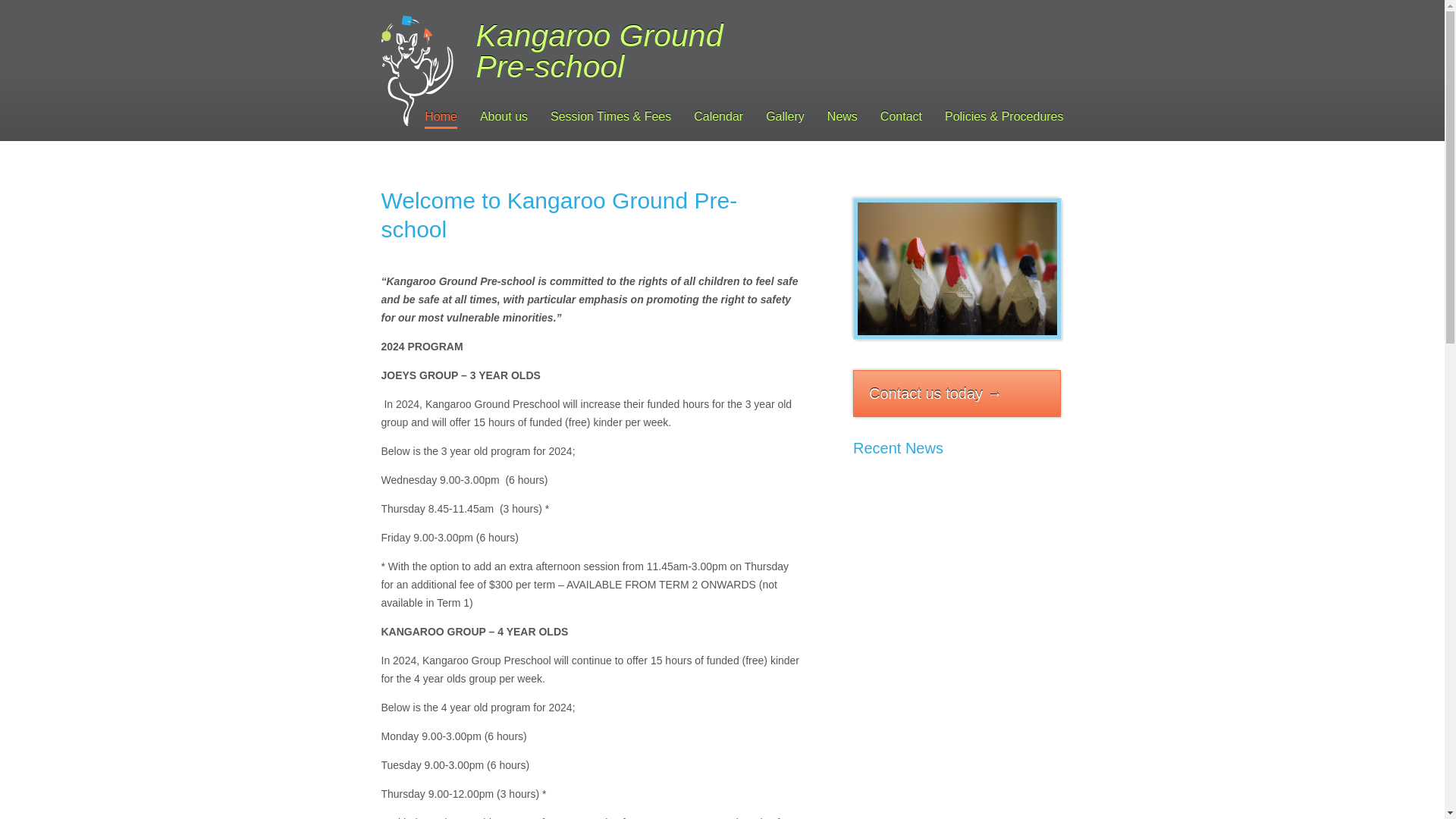 The width and height of the screenshot is (1456, 819). What do you see at coordinates (826, 117) in the screenshot?
I see `'News'` at bounding box center [826, 117].